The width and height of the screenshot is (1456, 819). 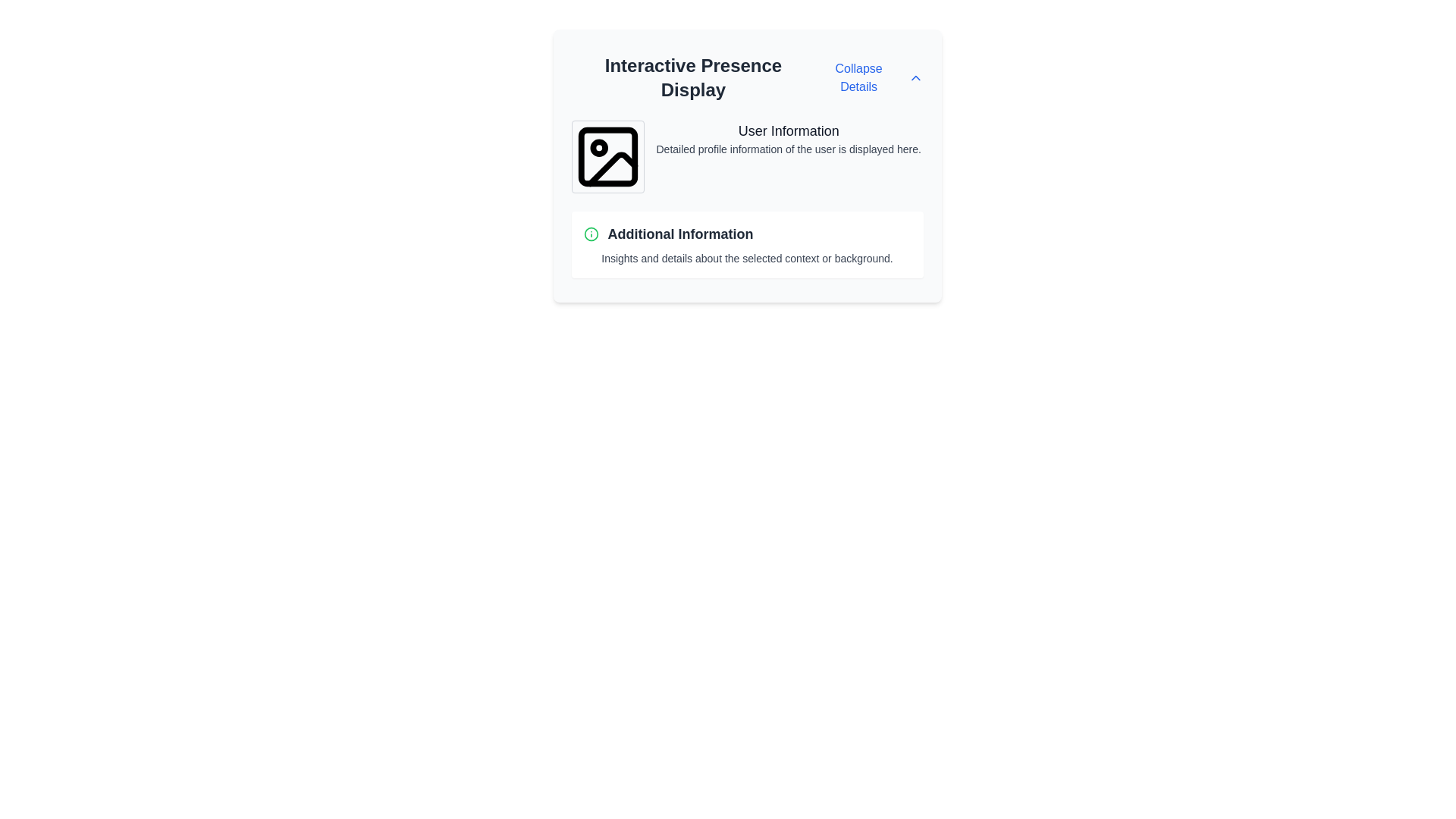 I want to click on the small black and white circular element, which is a filled dot located within the larger image icon in the top-left section of the user information card, so click(x=598, y=148).